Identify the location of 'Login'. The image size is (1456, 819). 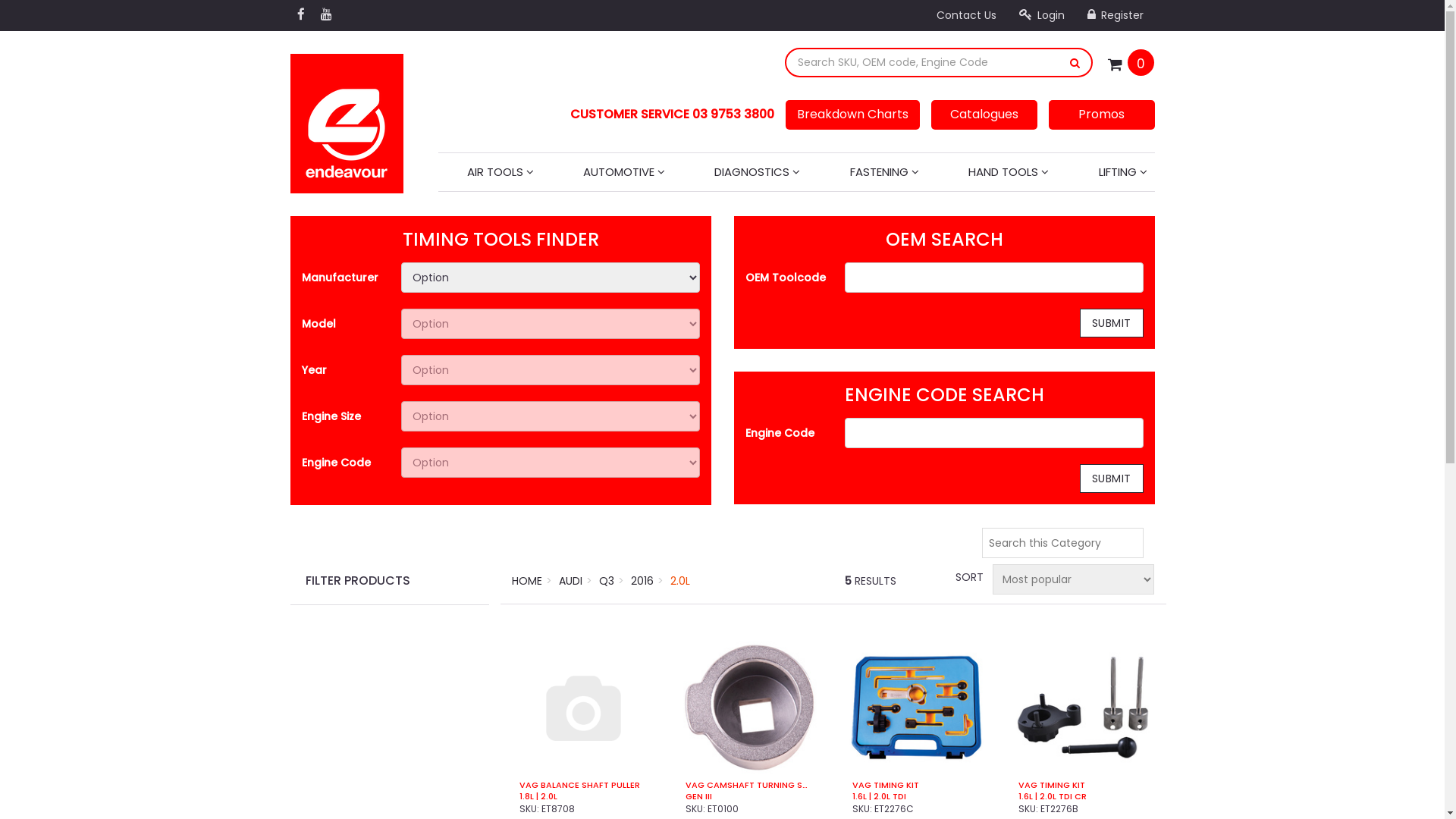
(1040, 14).